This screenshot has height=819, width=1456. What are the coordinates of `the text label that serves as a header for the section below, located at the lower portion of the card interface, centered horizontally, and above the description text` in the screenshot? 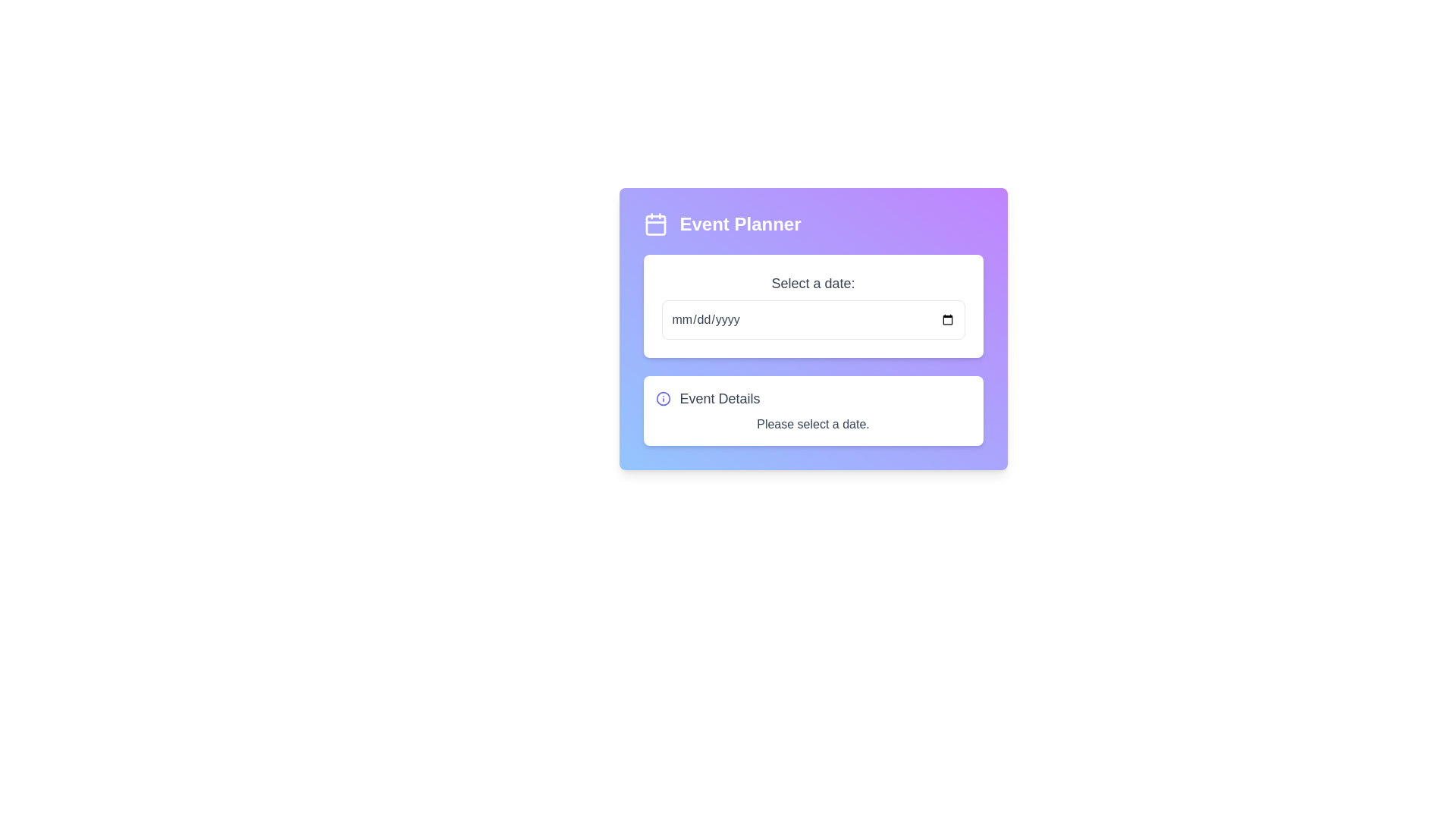 It's located at (719, 397).